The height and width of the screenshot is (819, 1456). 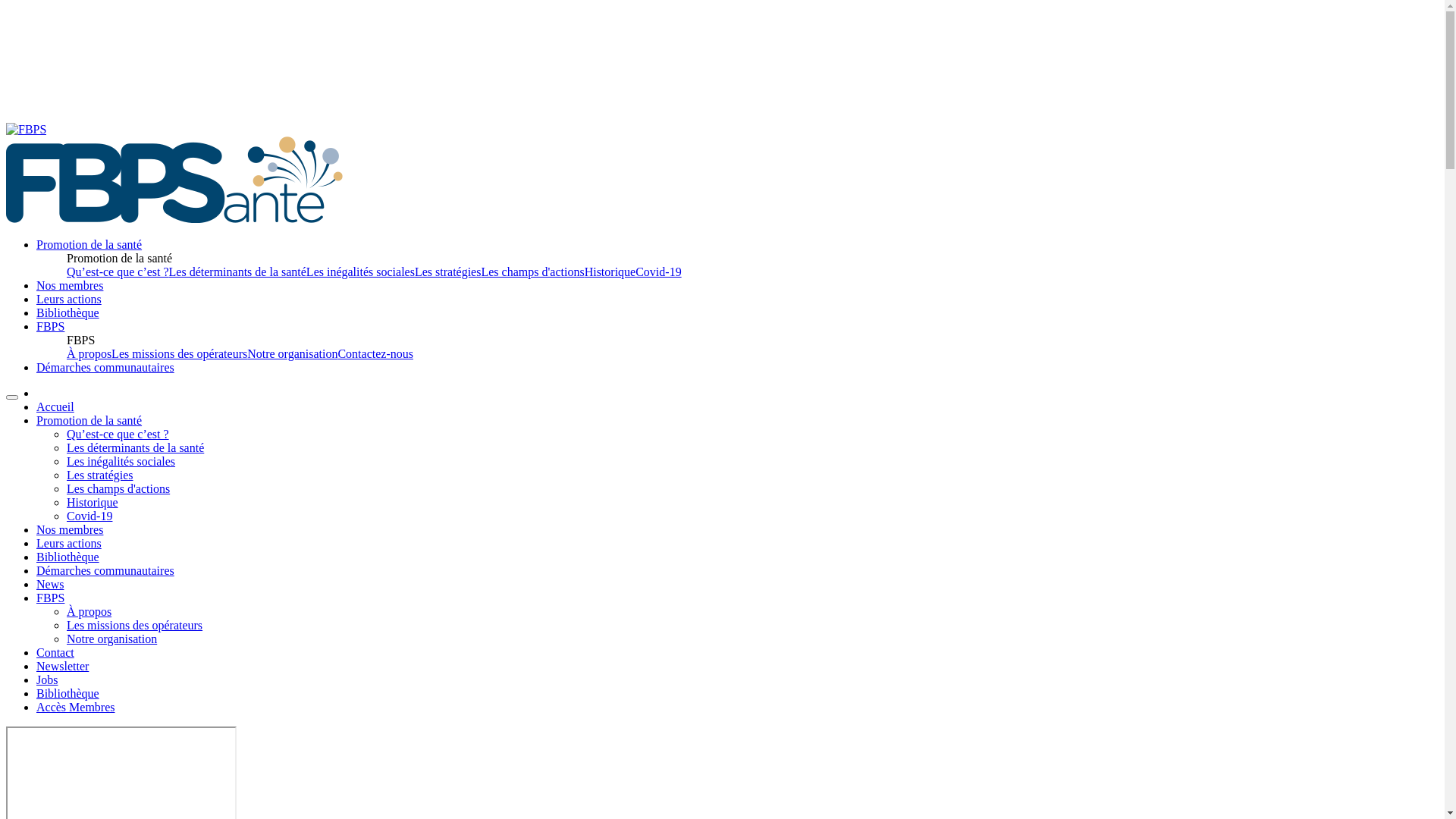 What do you see at coordinates (47, 679) in the screenshot?
I see `'Jobs'` at bounding box center [47, 679].